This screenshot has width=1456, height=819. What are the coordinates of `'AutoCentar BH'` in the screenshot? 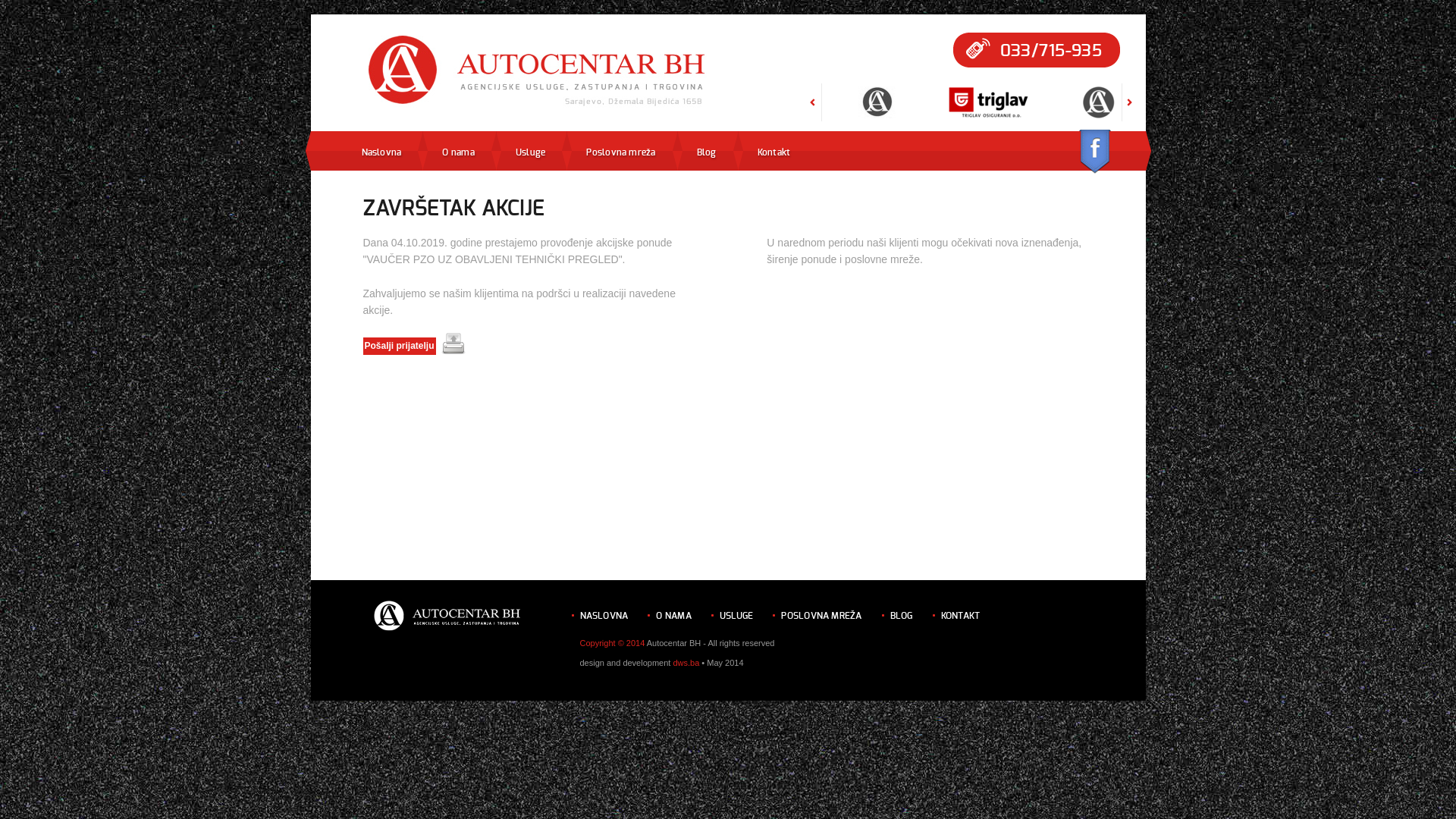 It's located at (538, 71).